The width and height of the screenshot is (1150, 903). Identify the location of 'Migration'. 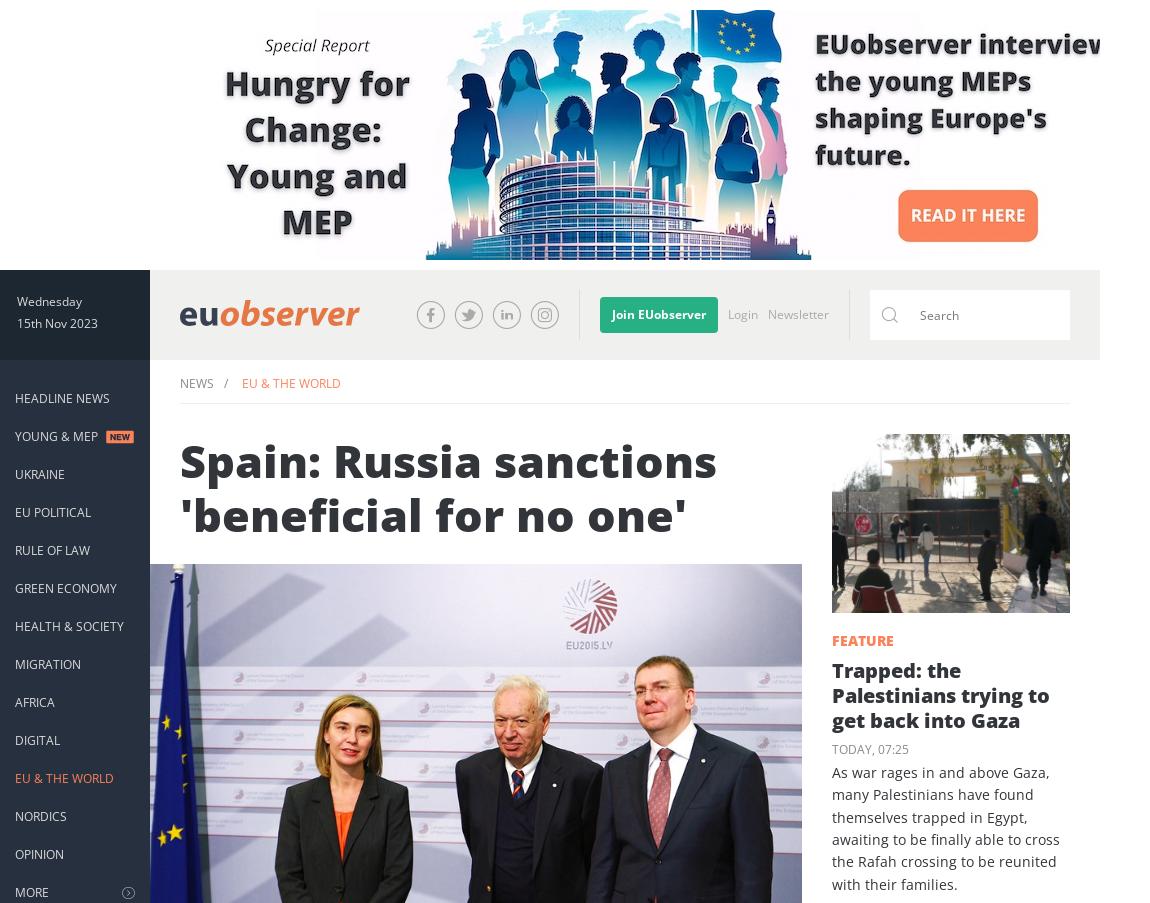
(46, 663).